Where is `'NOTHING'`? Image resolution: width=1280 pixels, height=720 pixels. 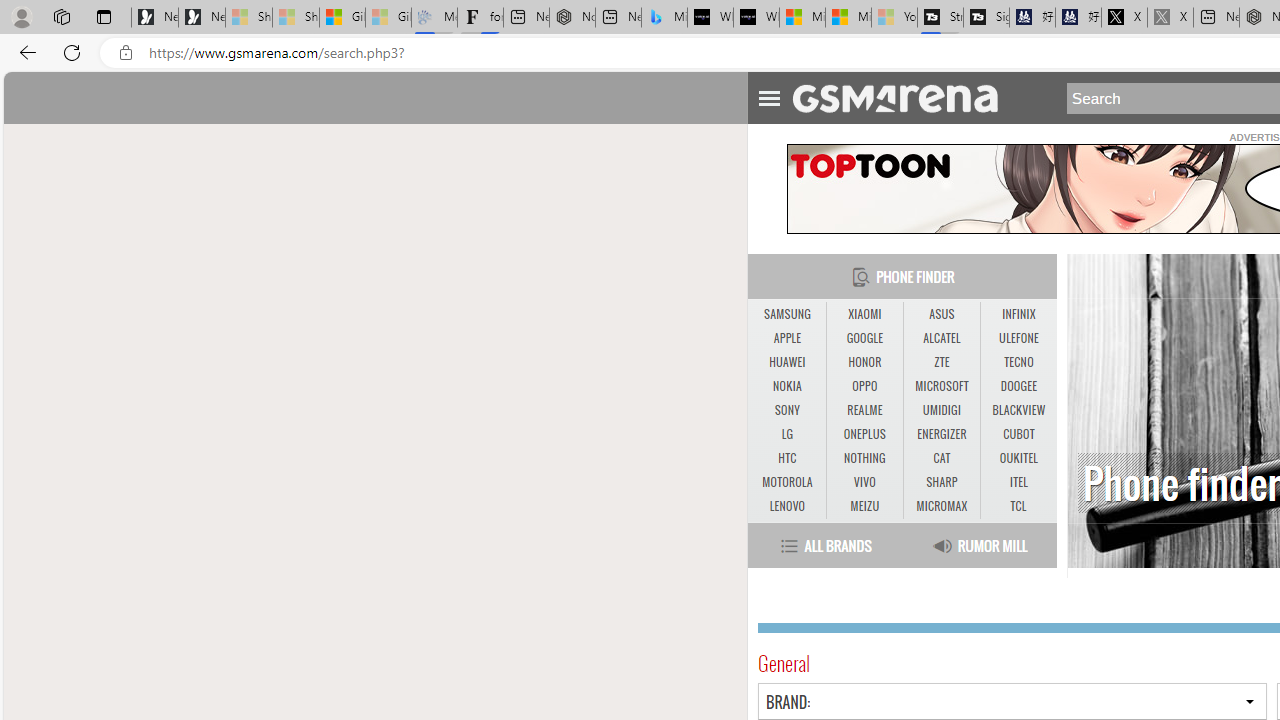 'NOTHING' is located at coordinates (864, 458).